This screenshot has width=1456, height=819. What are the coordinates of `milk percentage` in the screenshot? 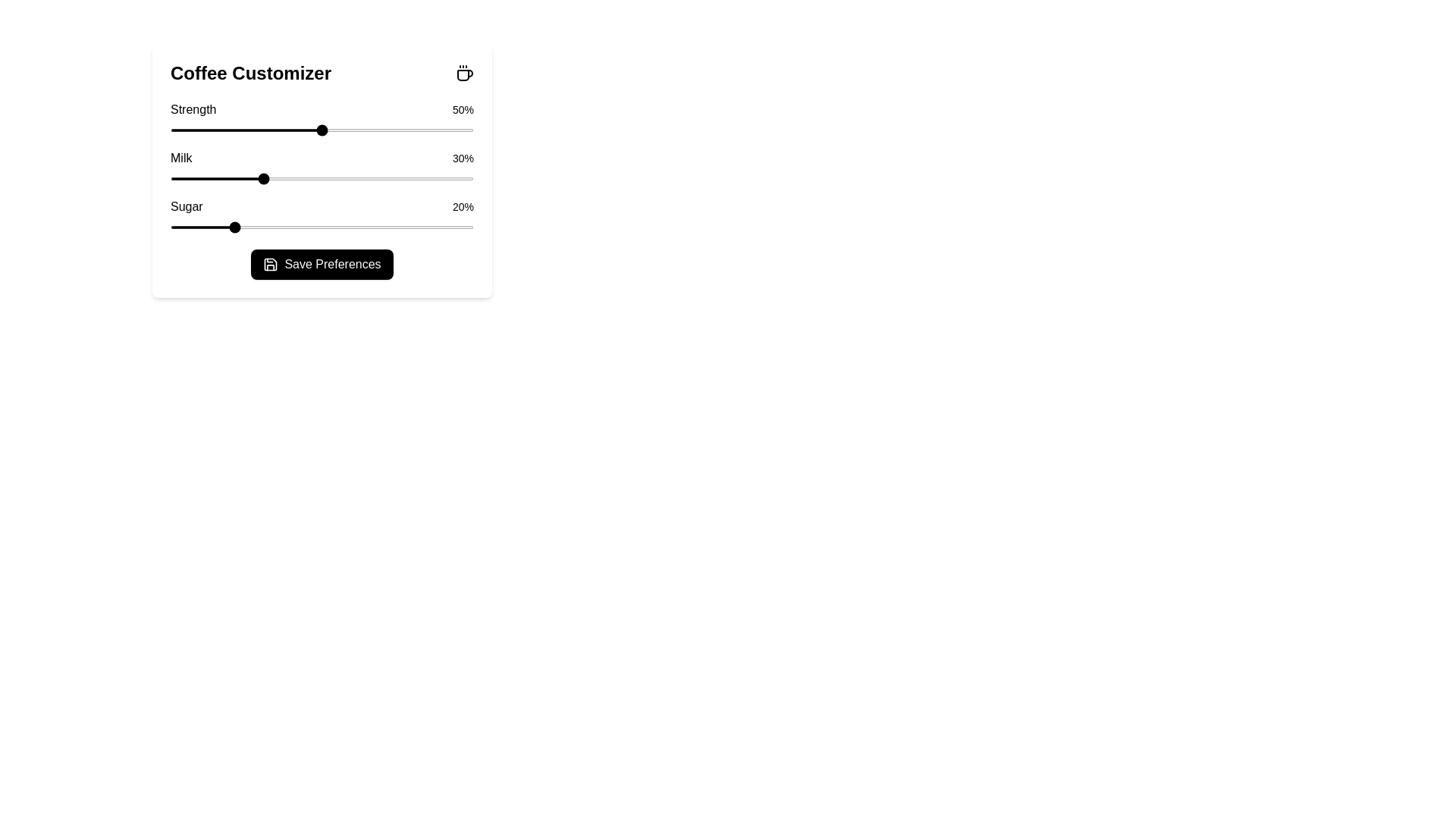 It's located at (273, 177).